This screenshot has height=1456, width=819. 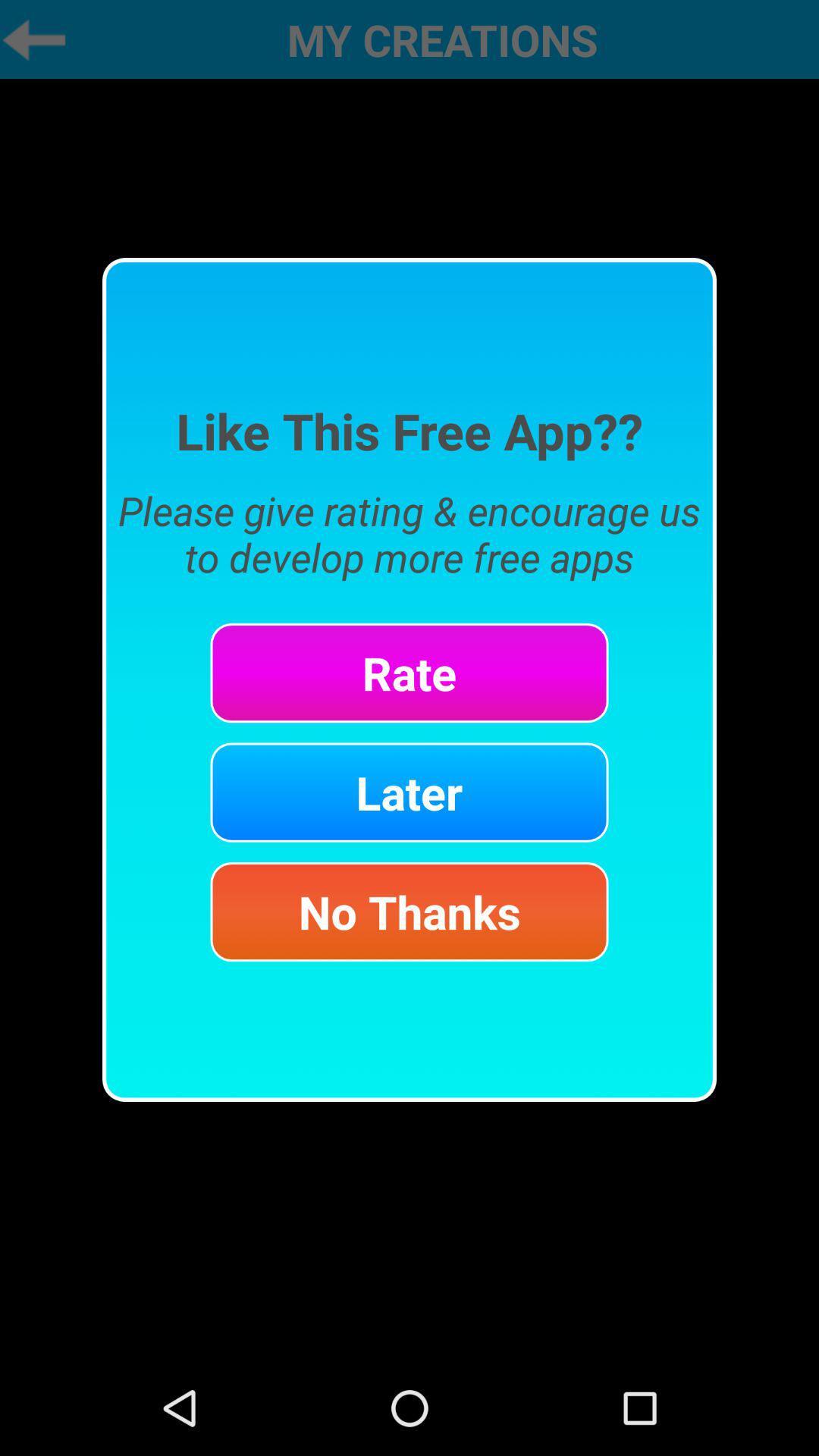 What do you see at coordinates (409, 672) in the screenshot?
I see `the item below the please give rating item` at bounding box center [409, 672].